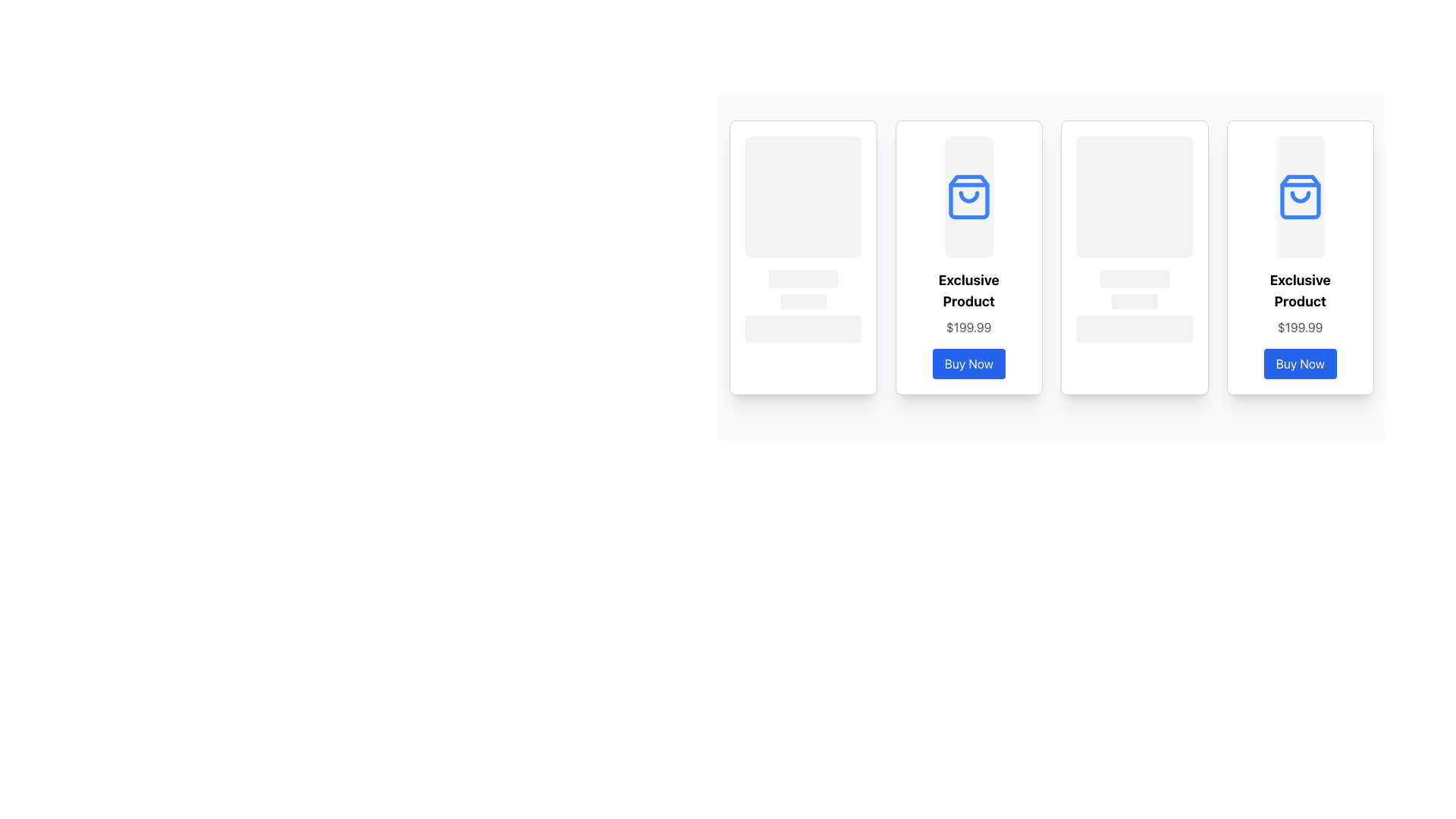  Describe the element at coordinates (1299, 363) in the screenshot. I see `the 'Purchase' button located at the bottom of the 'Exclusive Product' card` at that location.